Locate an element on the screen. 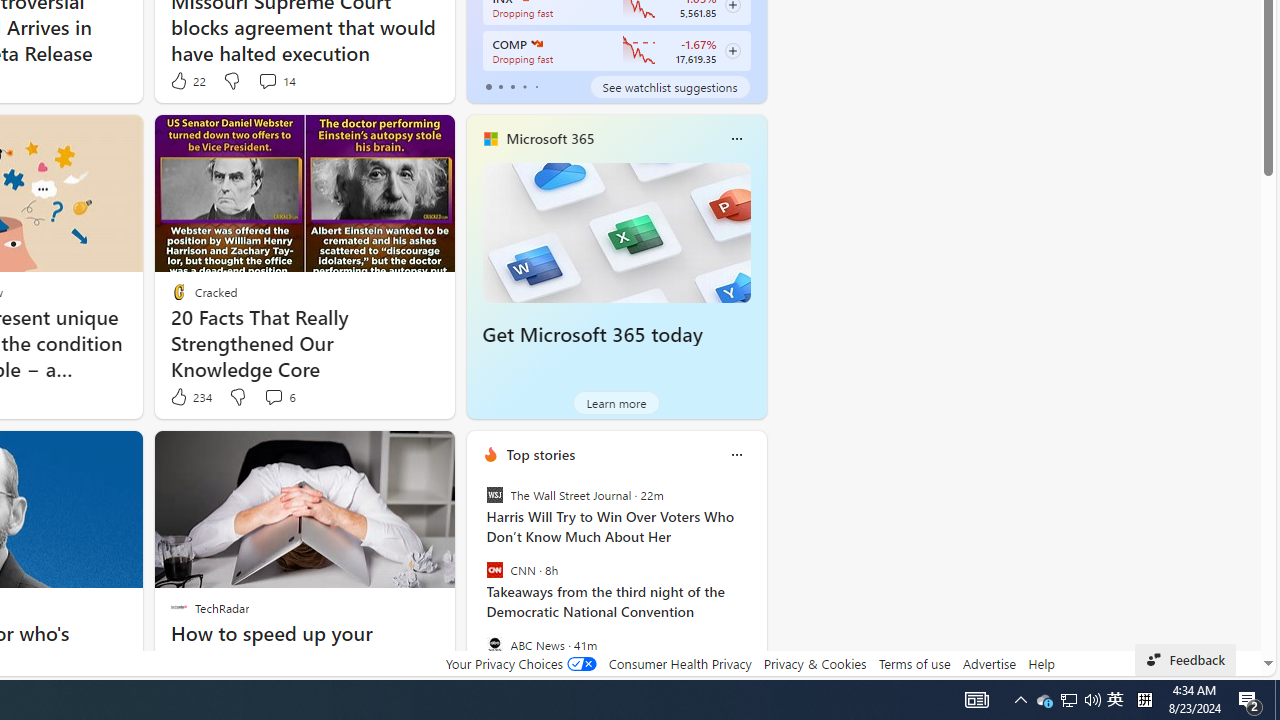  'tab-4' is located at coordinates (536, 86).